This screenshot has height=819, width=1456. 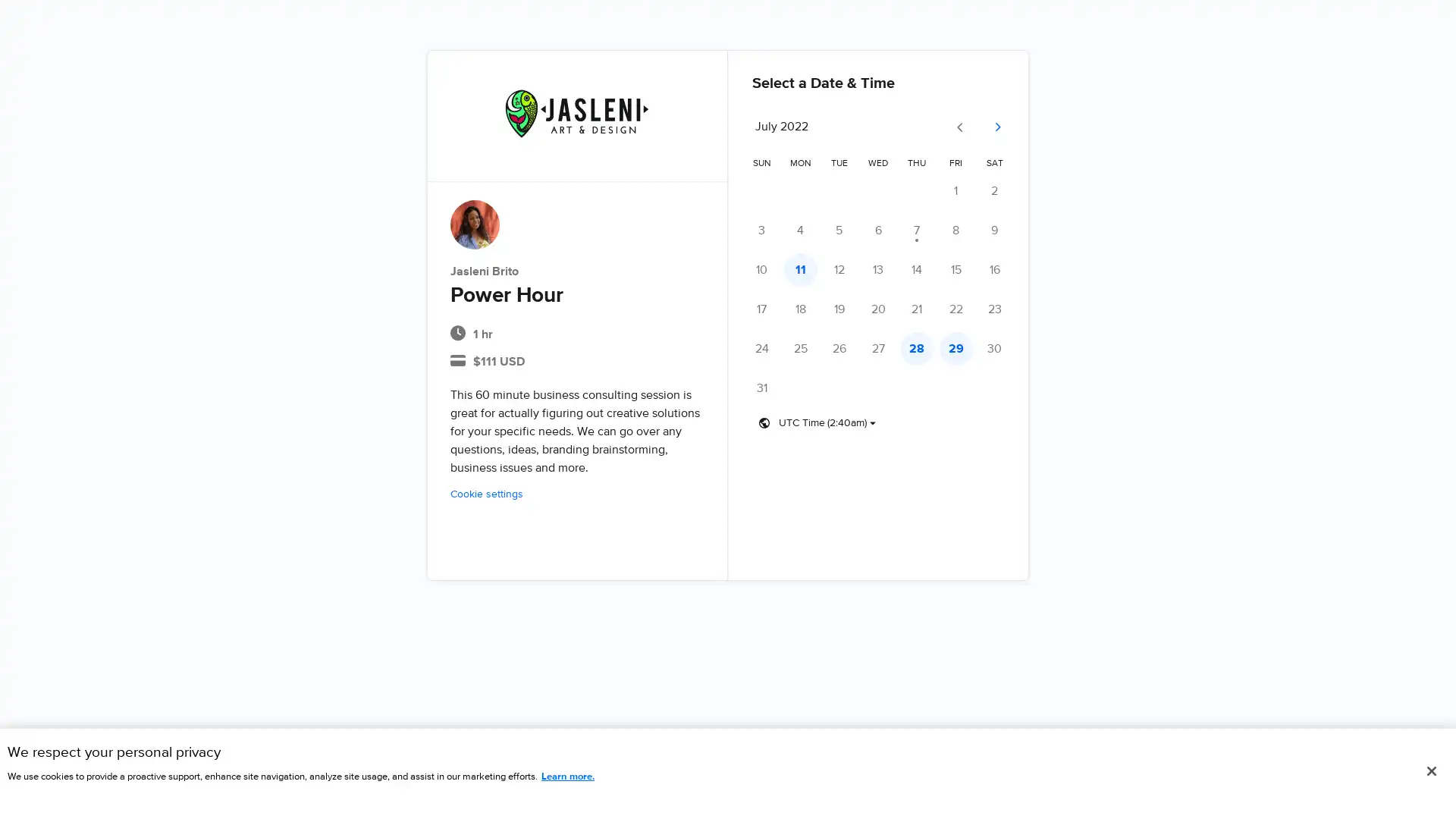 I want to click on Wednesday, July 6 - No times available, so click(x=878, y=231).